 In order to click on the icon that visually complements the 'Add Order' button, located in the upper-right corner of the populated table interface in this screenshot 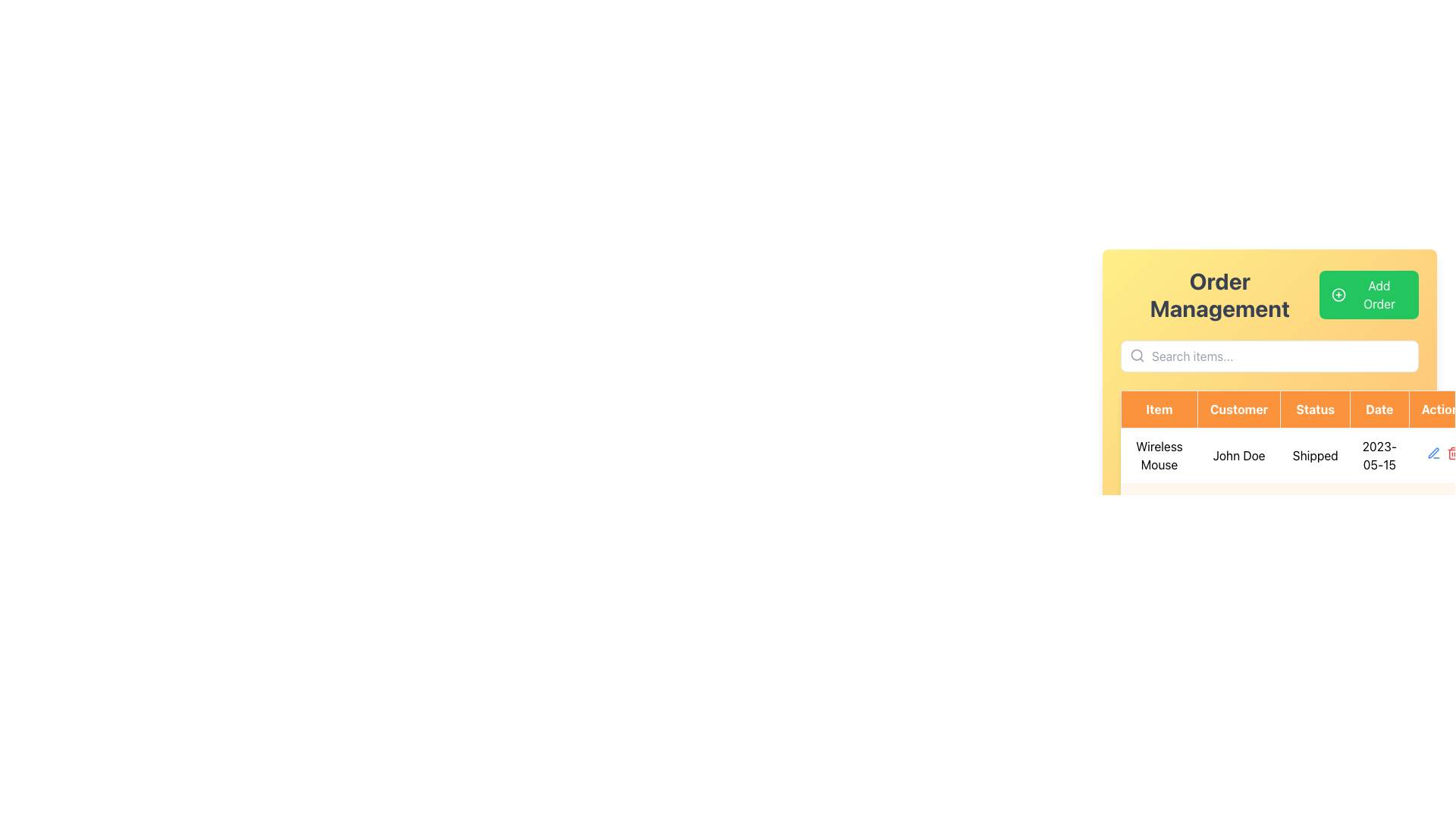, I will do `click(1338, 295)`.